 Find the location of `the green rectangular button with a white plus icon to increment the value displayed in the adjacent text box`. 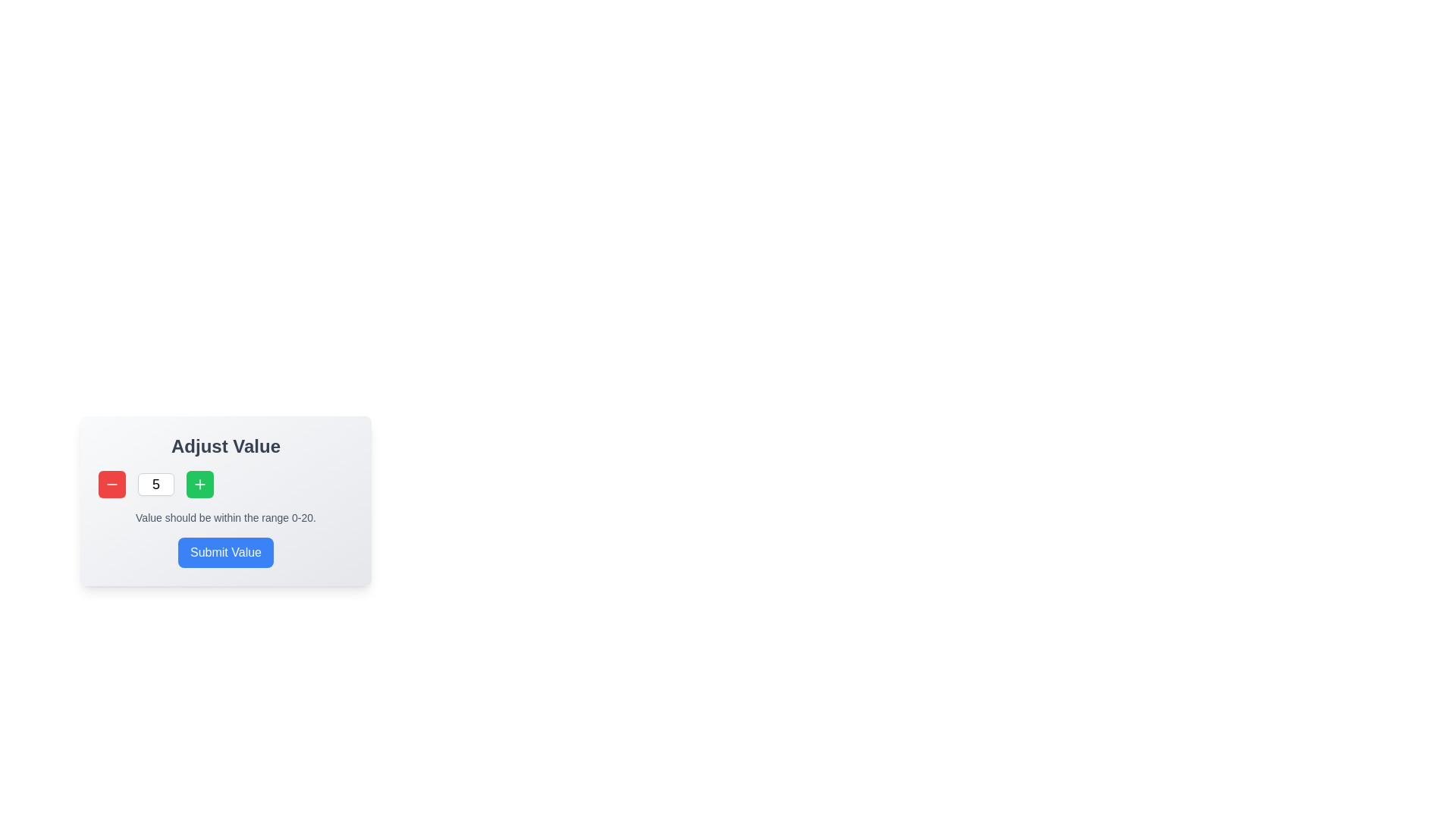

the green rectangular button with a white plus icon to increment the value displayed in the adjacent text box is located at coordinates (199, 485).